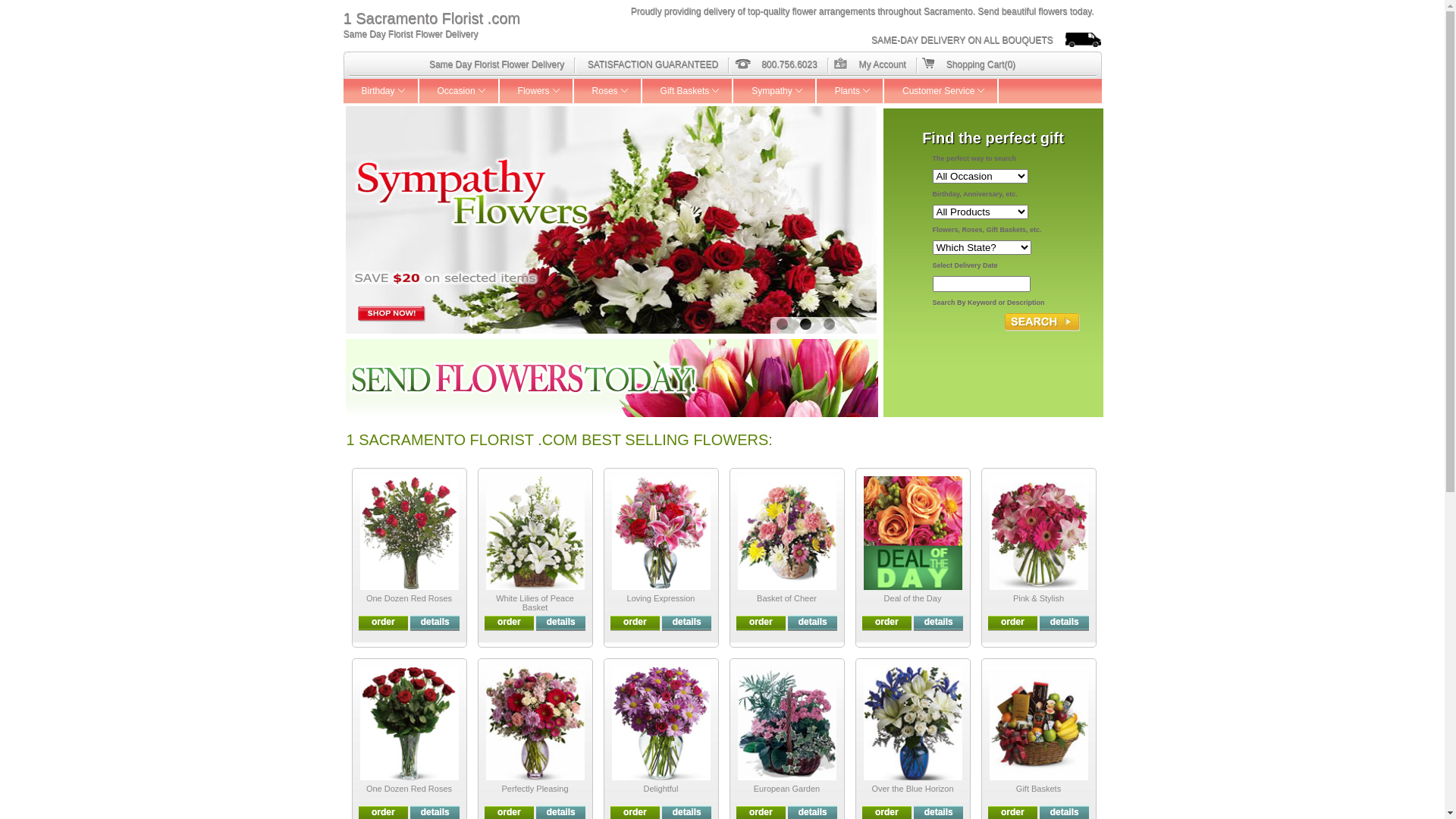 This screenshot has width=1456, height=819. What do you see at coordinates (607, 90) in the screenshot?
I see `'Roses'` at bounding box center [607, 90].